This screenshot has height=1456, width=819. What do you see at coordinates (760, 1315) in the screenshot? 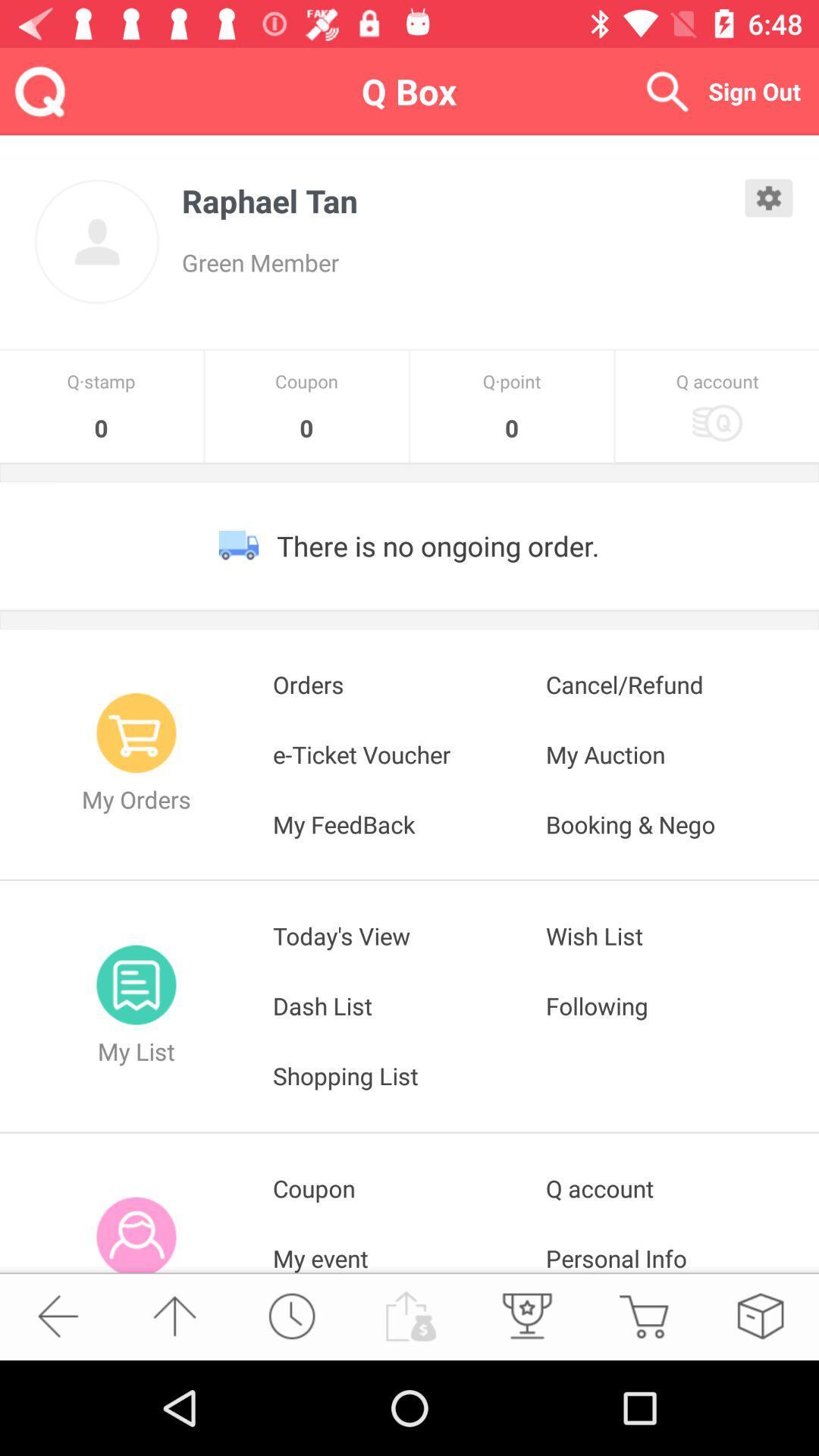
I see `click for wishlist` at bounding box center [760, 1315].